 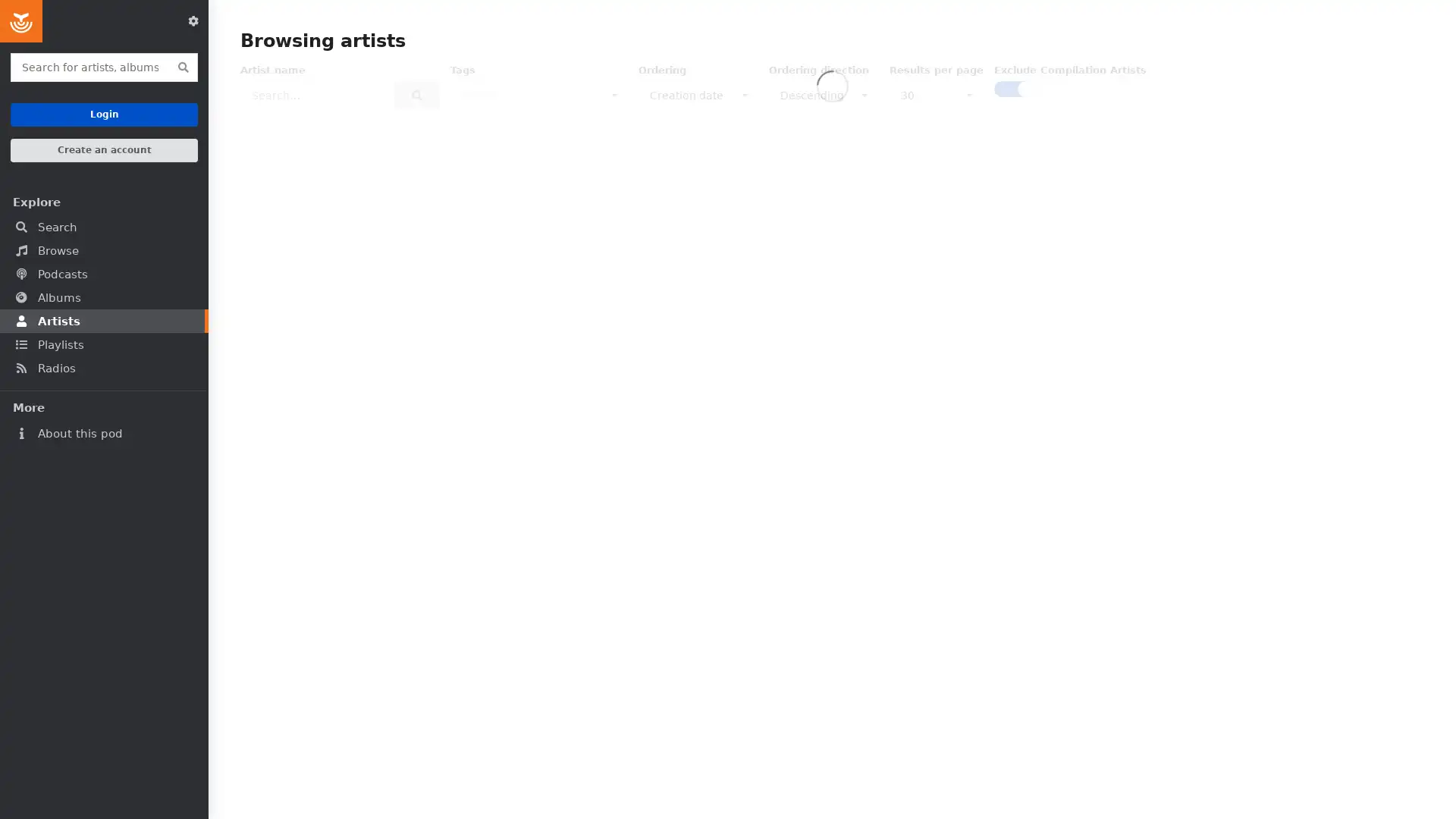 What do you see at coordinates (861, 785) in the screenshot?
I see `Play artist` at bounding box center [861, 785].